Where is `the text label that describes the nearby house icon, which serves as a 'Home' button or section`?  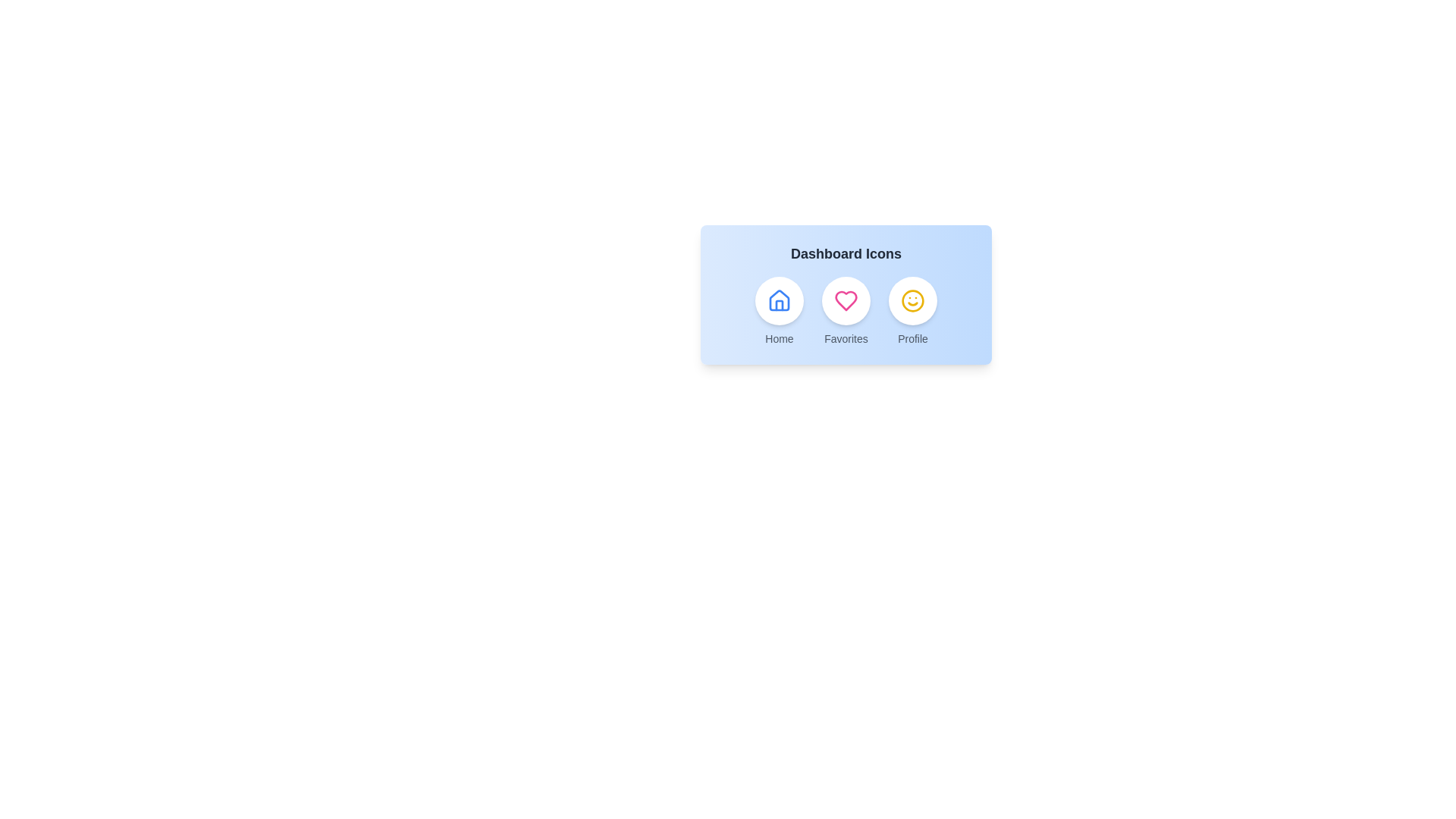
the text label that describes the nearby house icon, which serves as a 'Home' button or section is located at coordinates (779, 338).